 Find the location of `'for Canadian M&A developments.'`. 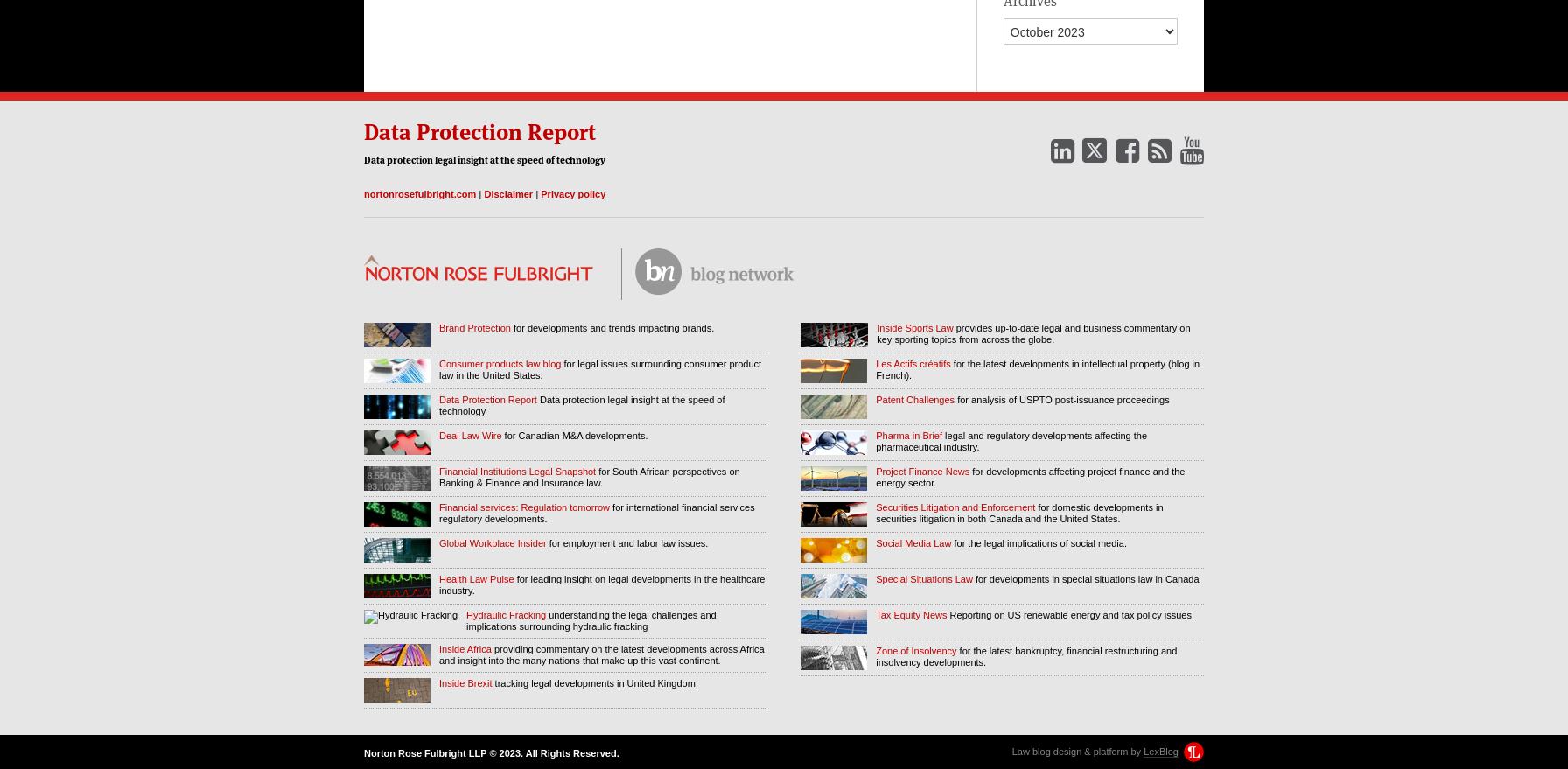

'for Canadian M&A developments.' is located at coordinates (574, 433).